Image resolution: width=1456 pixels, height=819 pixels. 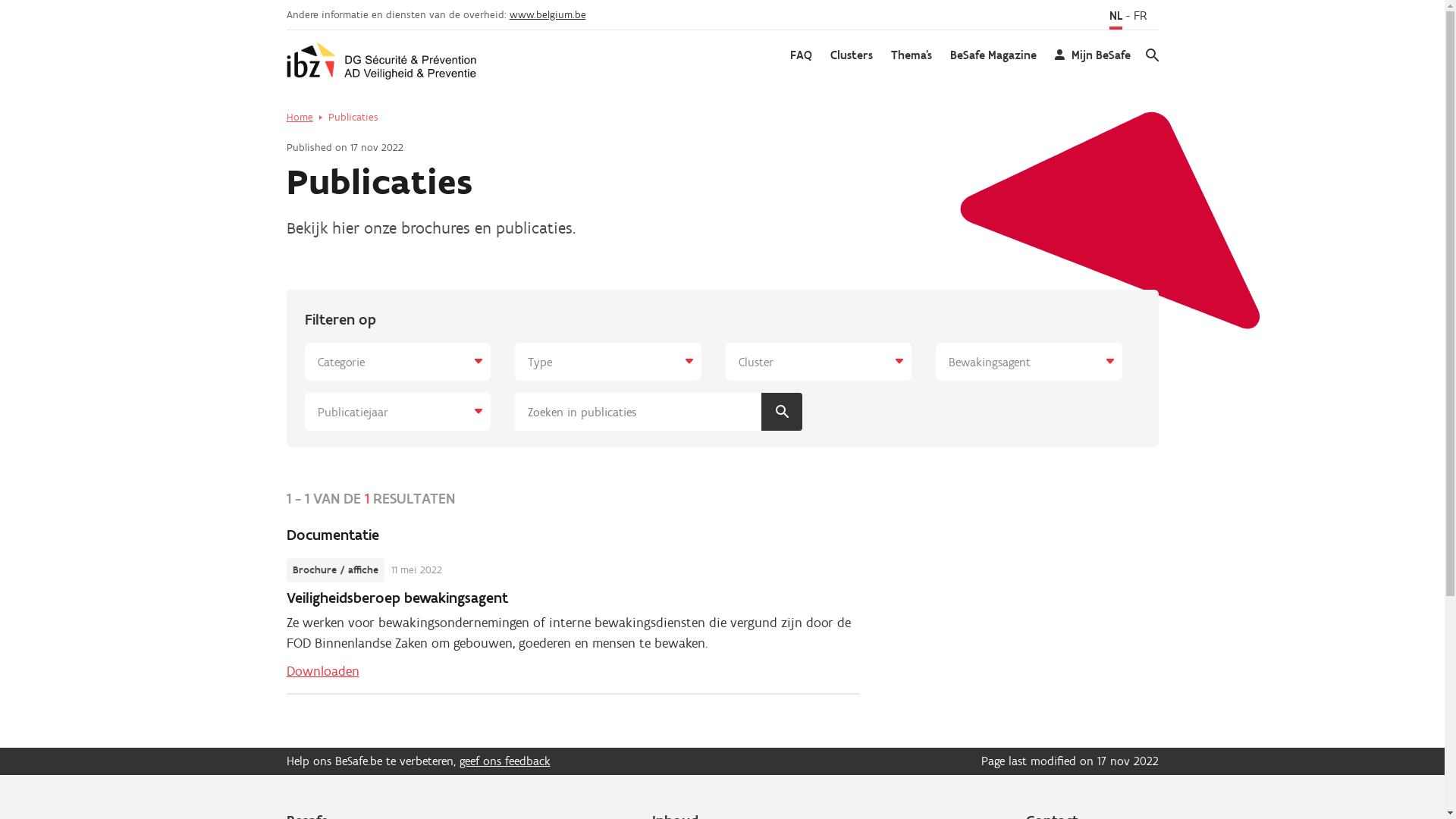 I want to click on 'Home', so click(x=300, y=116).